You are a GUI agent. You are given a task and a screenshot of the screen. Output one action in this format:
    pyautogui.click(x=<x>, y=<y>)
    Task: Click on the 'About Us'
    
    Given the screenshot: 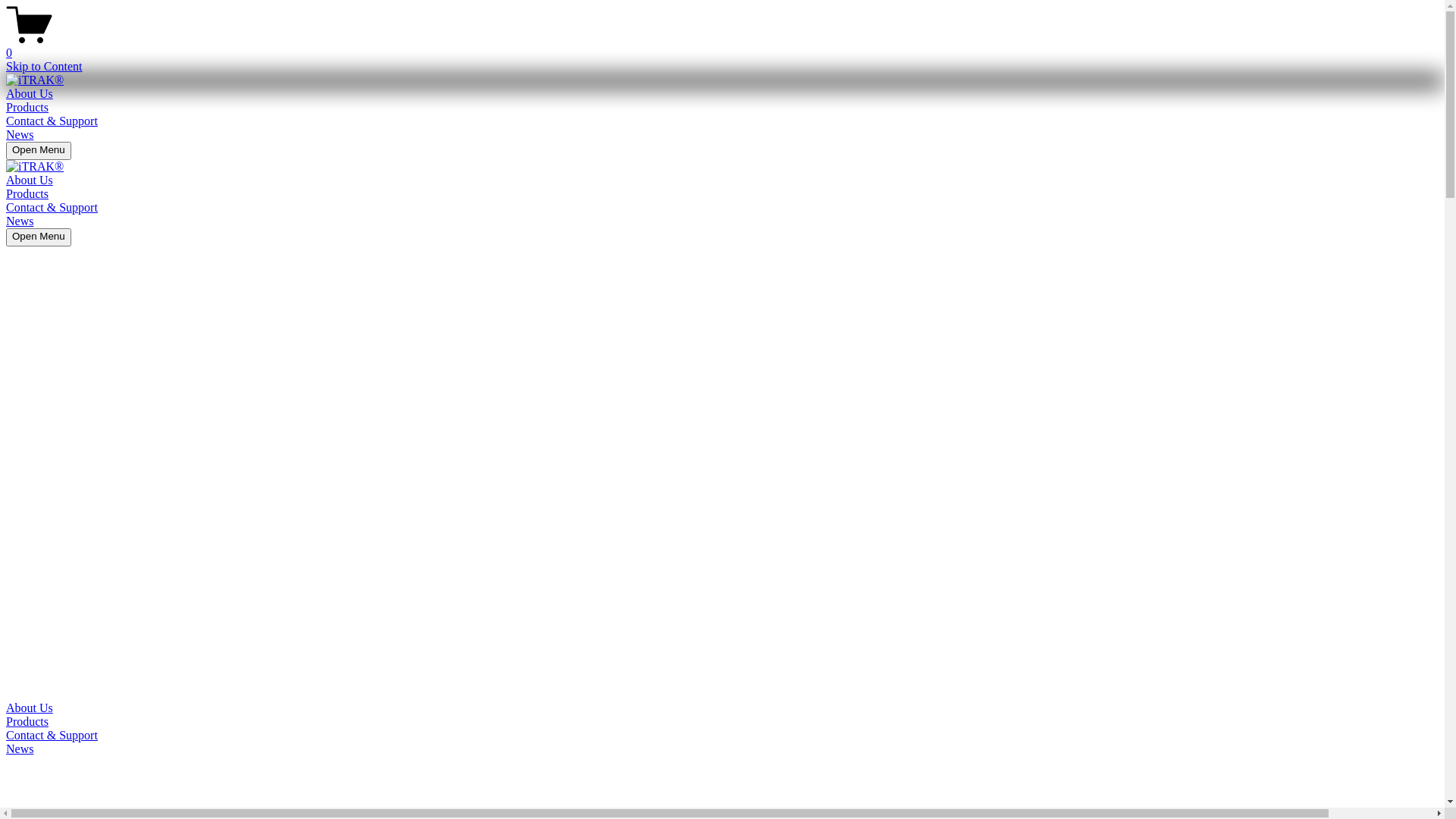 What is the action you would take?
    pyautogui.click(x=29, y=179)
    